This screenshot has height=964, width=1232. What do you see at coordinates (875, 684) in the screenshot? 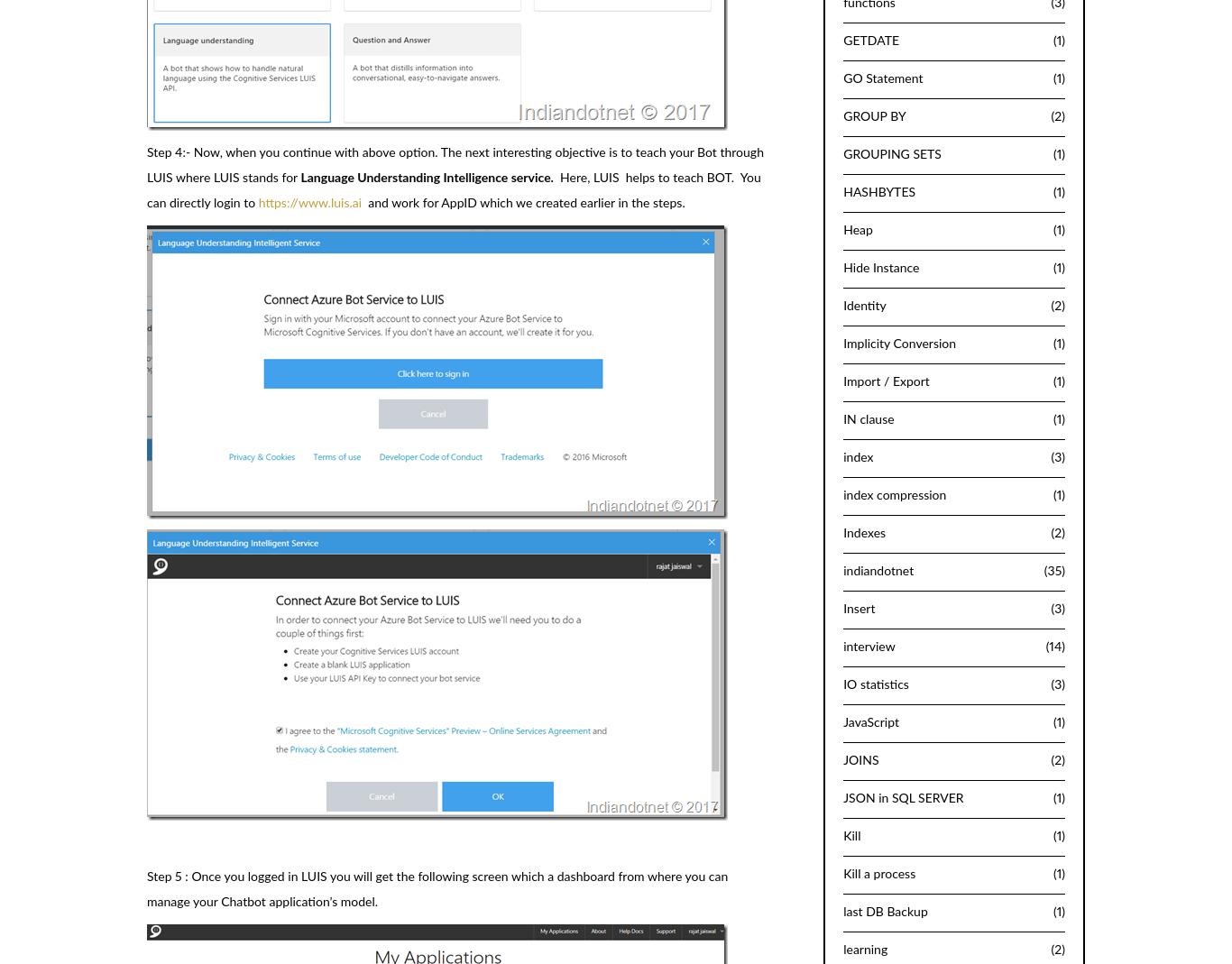
I see `'IO statistics'` at bounding box center [875, 684].